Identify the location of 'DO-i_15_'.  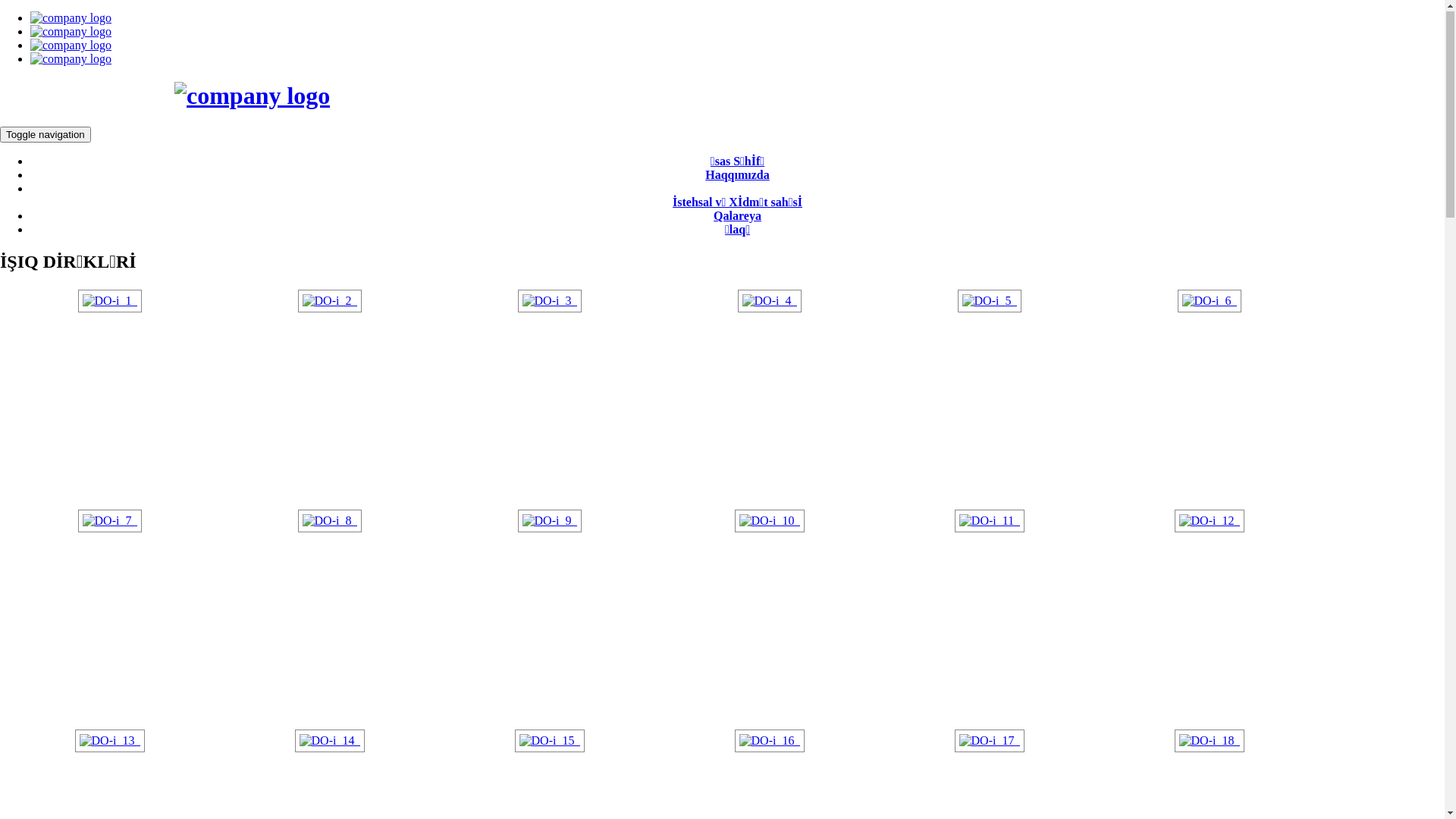
(549, 740).